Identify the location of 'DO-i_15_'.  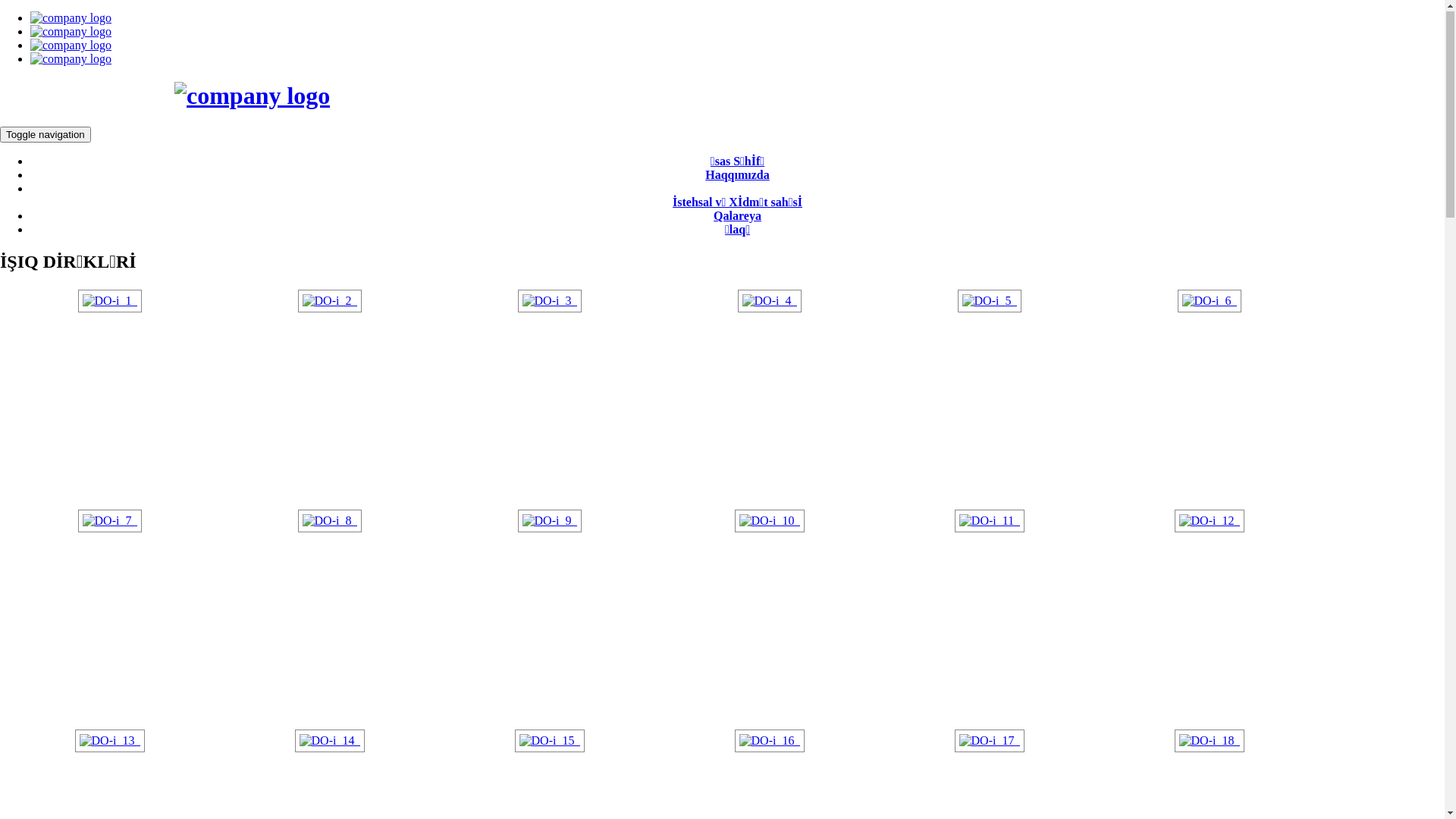
(549, 740).